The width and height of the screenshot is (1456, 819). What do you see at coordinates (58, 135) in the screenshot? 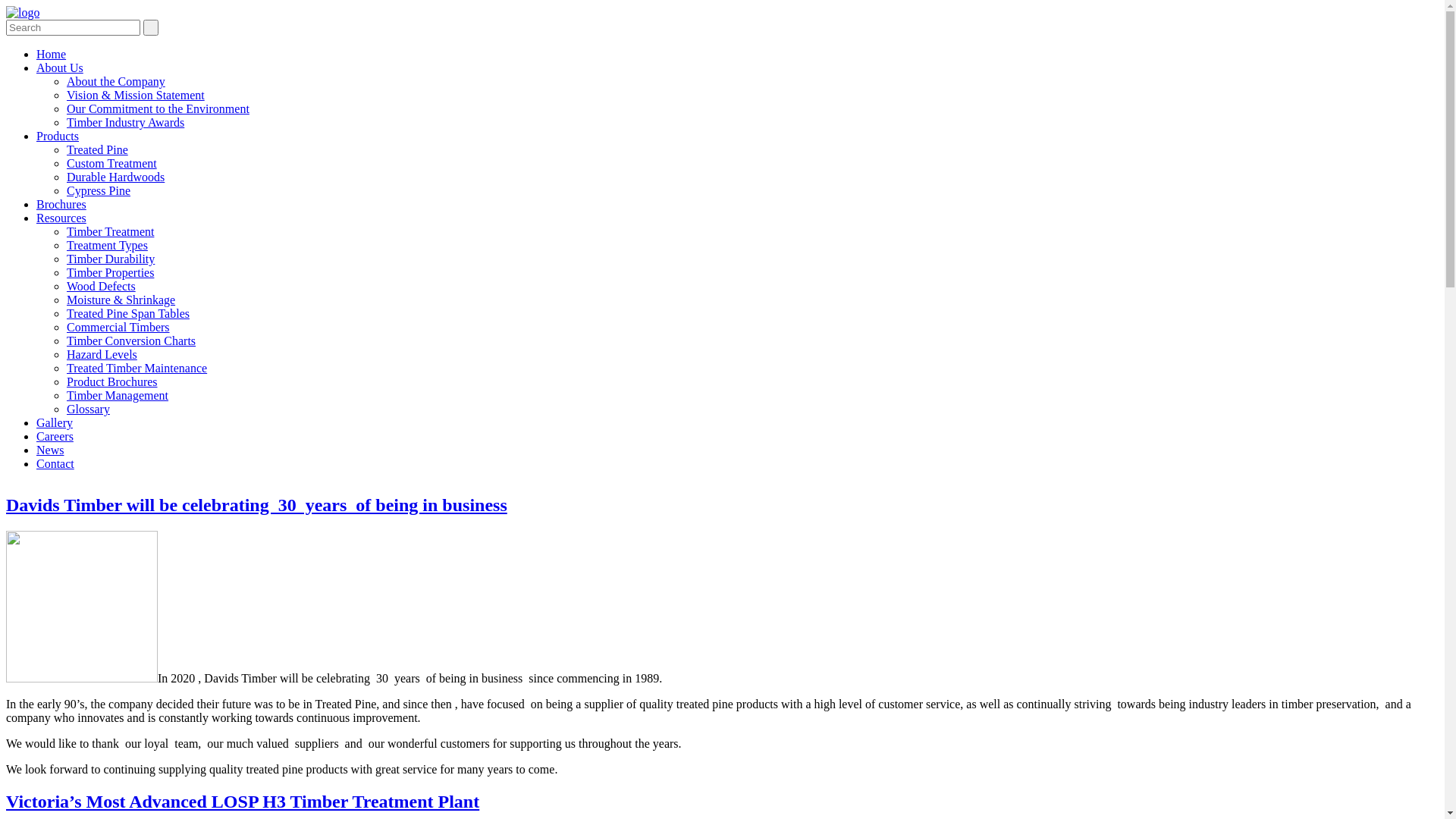
I see `'Products'` at bounding box center [58, 135].